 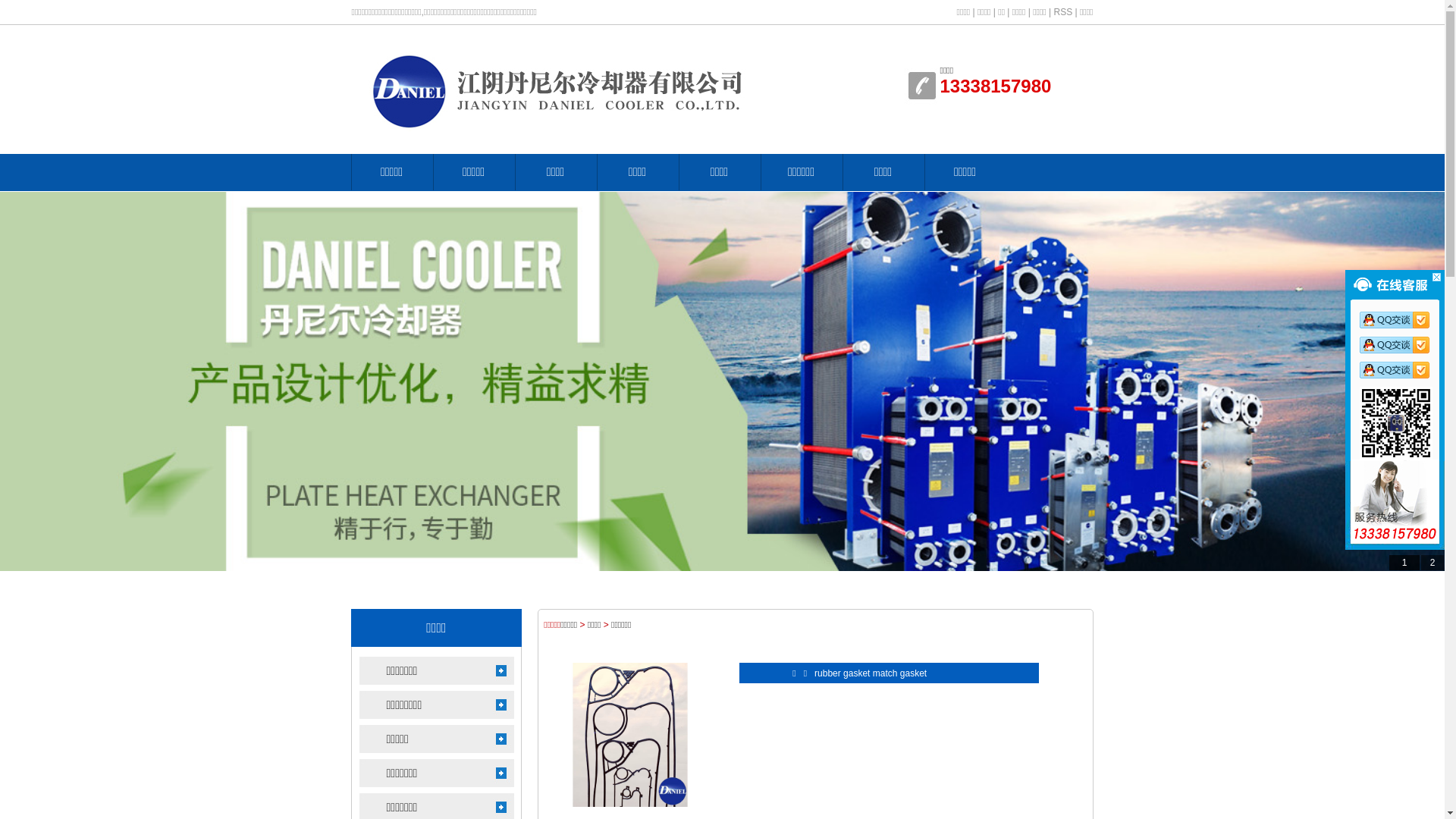 What do you see at coordinates (1052, 11) in the screenshot?
I see `'RSS'` at bounding box center [1052, 11].